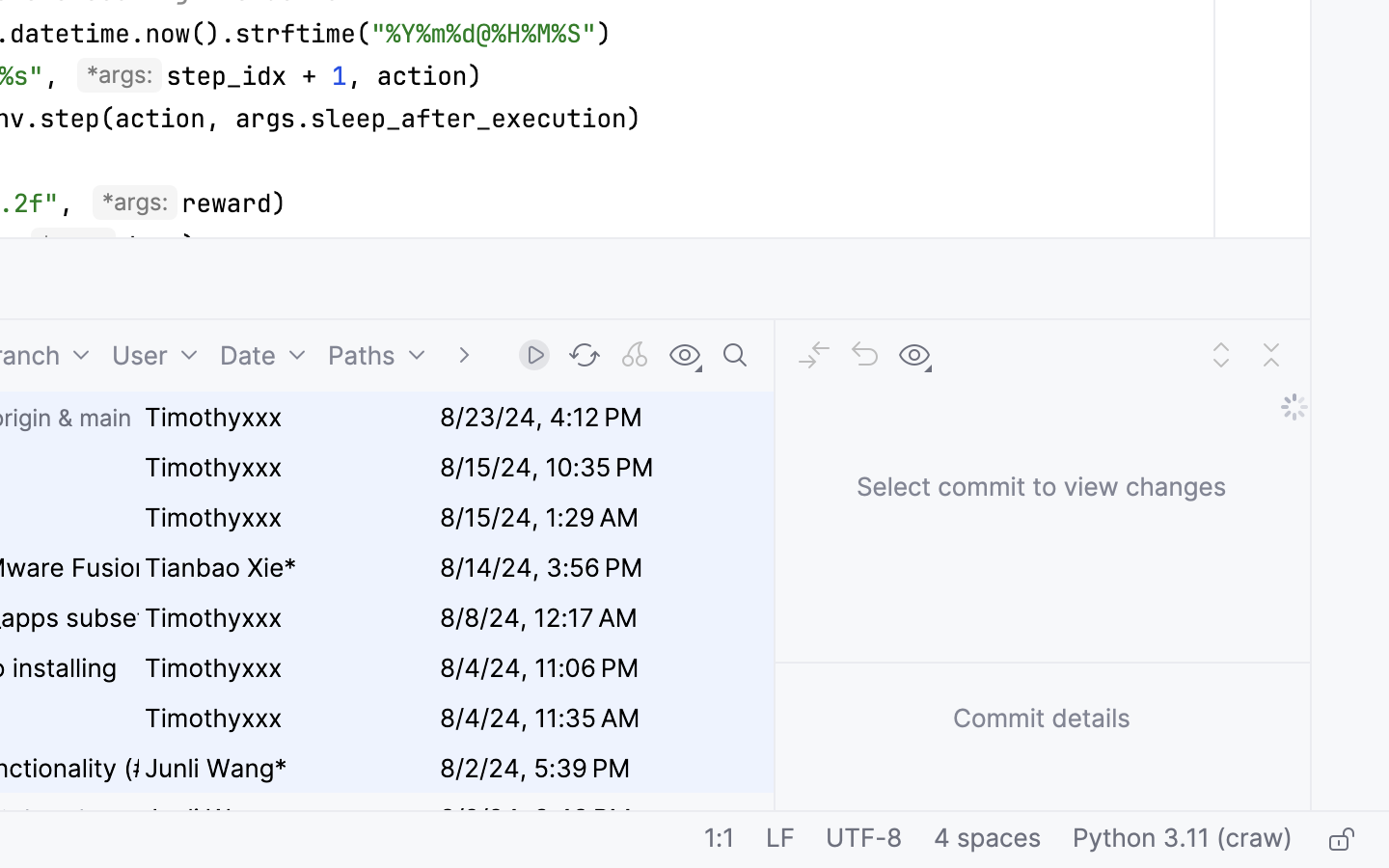 This screenshot has width=1389, height=868. I want to click on 'LF', so click(779, 840).